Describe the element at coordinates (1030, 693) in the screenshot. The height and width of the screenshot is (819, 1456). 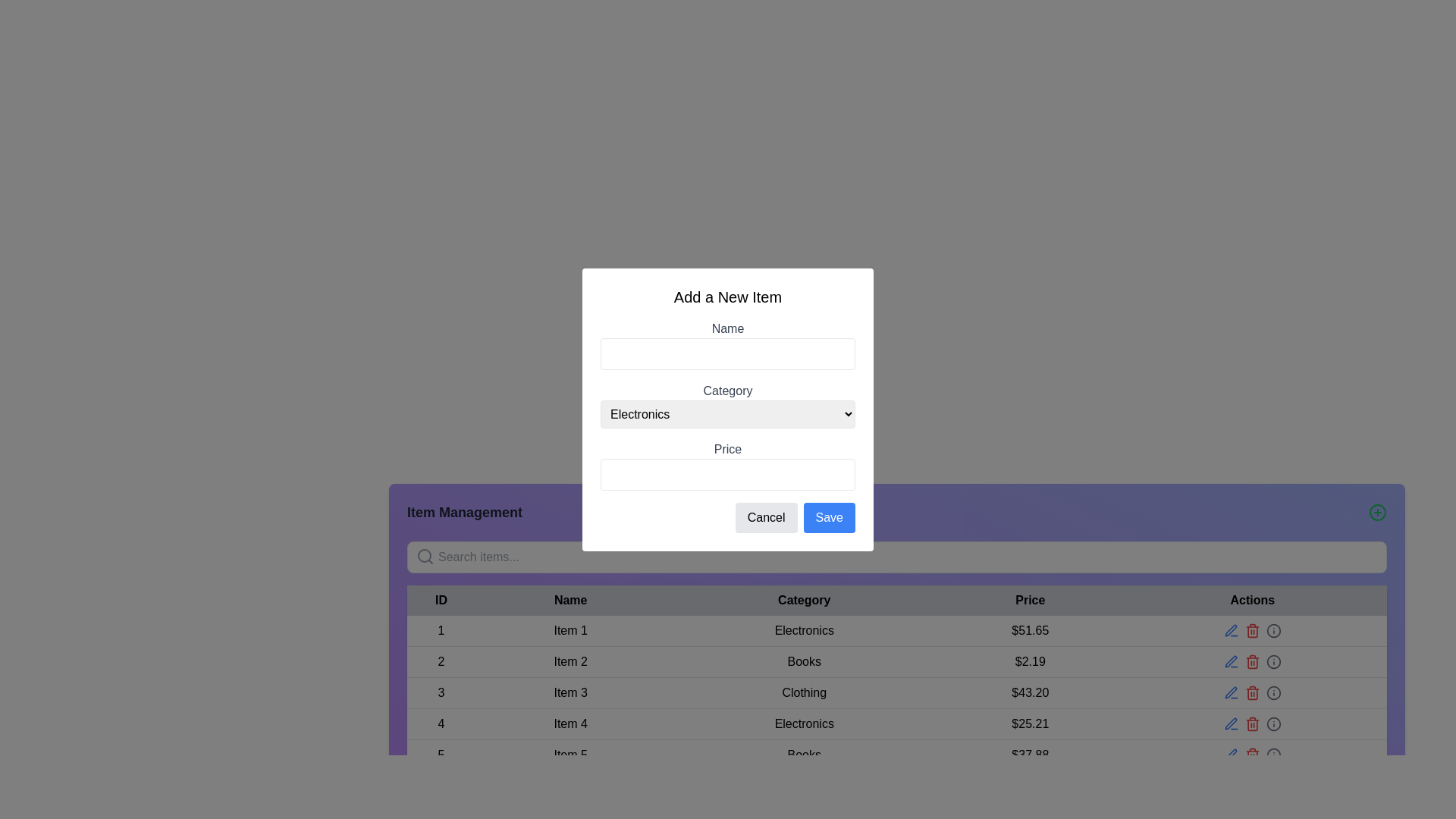
I see `the text label element displaying the price '$43.20' for 'Item 3' in the 'Clothing' category, located in the 'Price' column of the table` at that location.